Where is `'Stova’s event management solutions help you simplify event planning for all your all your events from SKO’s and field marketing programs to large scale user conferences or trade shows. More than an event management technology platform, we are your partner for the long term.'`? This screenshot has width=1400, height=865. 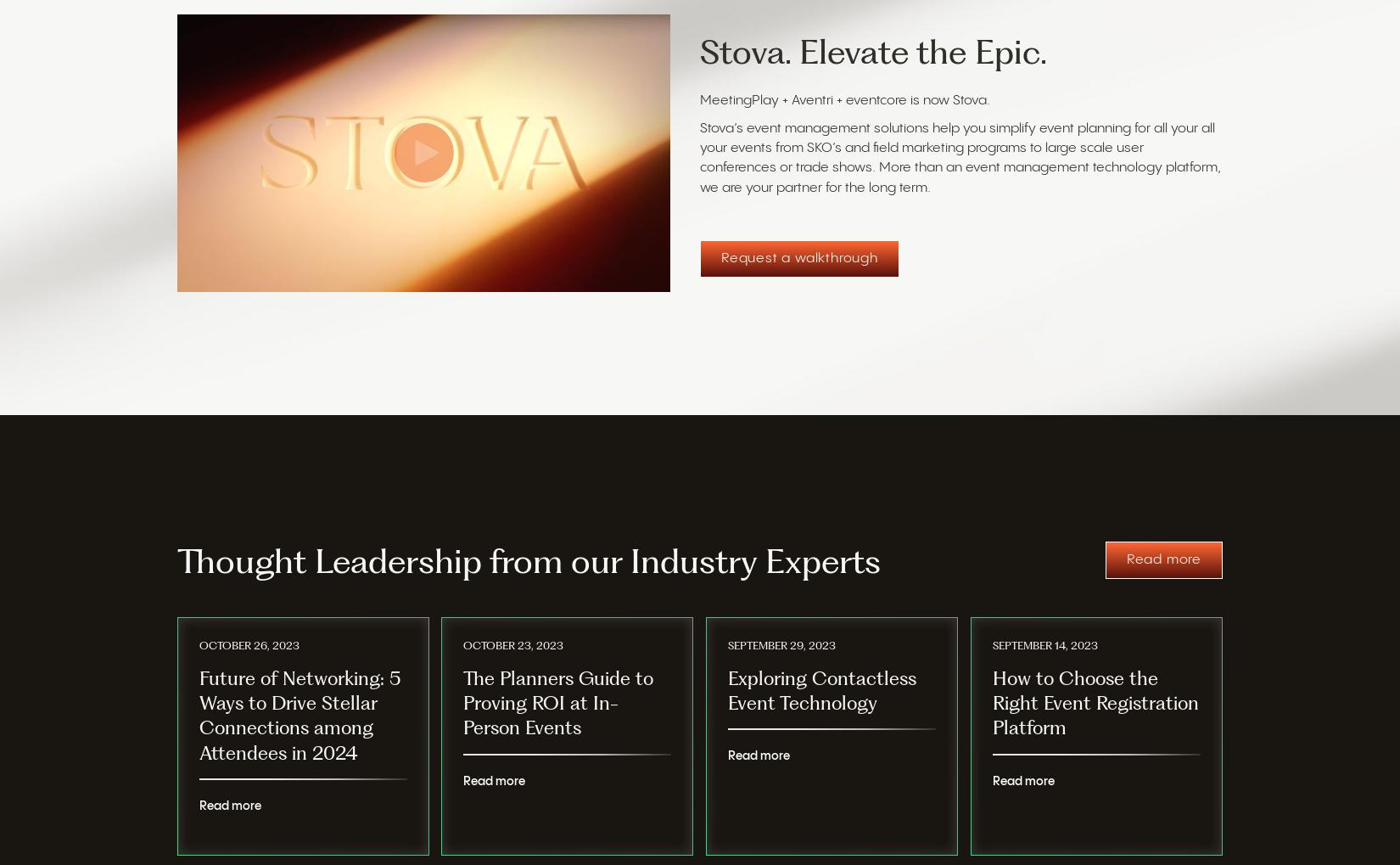 'Stova’s event management solutions help you simplify event planning for all your all your events from SKO’s and field marketing programs to large scale user conferences or trade shows. More than an event management technology platform, we are your partner for the long term.' is located at coordinates (700, 159).